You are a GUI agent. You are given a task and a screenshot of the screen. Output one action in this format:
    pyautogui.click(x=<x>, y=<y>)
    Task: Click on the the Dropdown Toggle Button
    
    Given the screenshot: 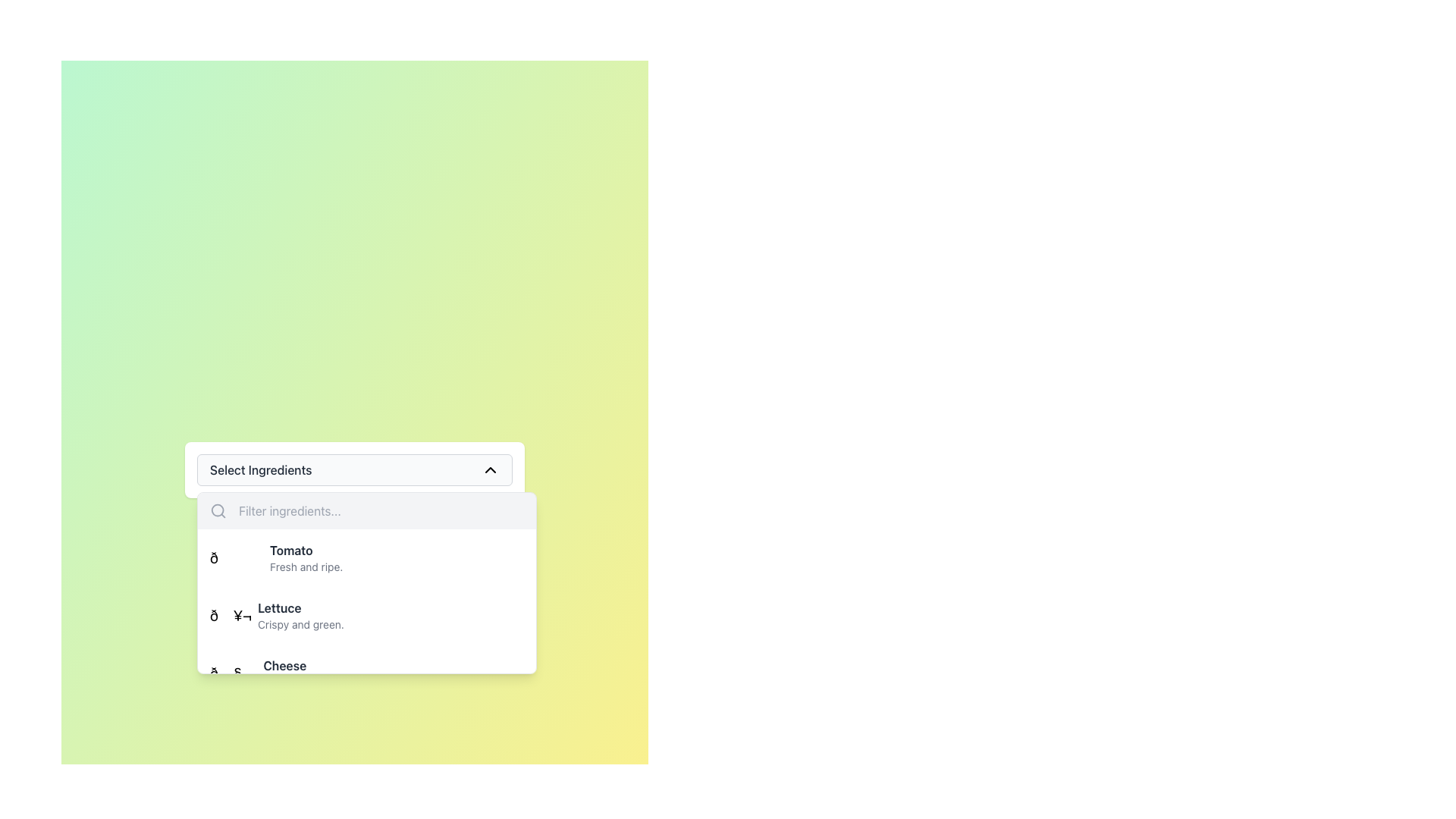 What is the action you would take?
    pyautogui.click(x=353, y=469)
    